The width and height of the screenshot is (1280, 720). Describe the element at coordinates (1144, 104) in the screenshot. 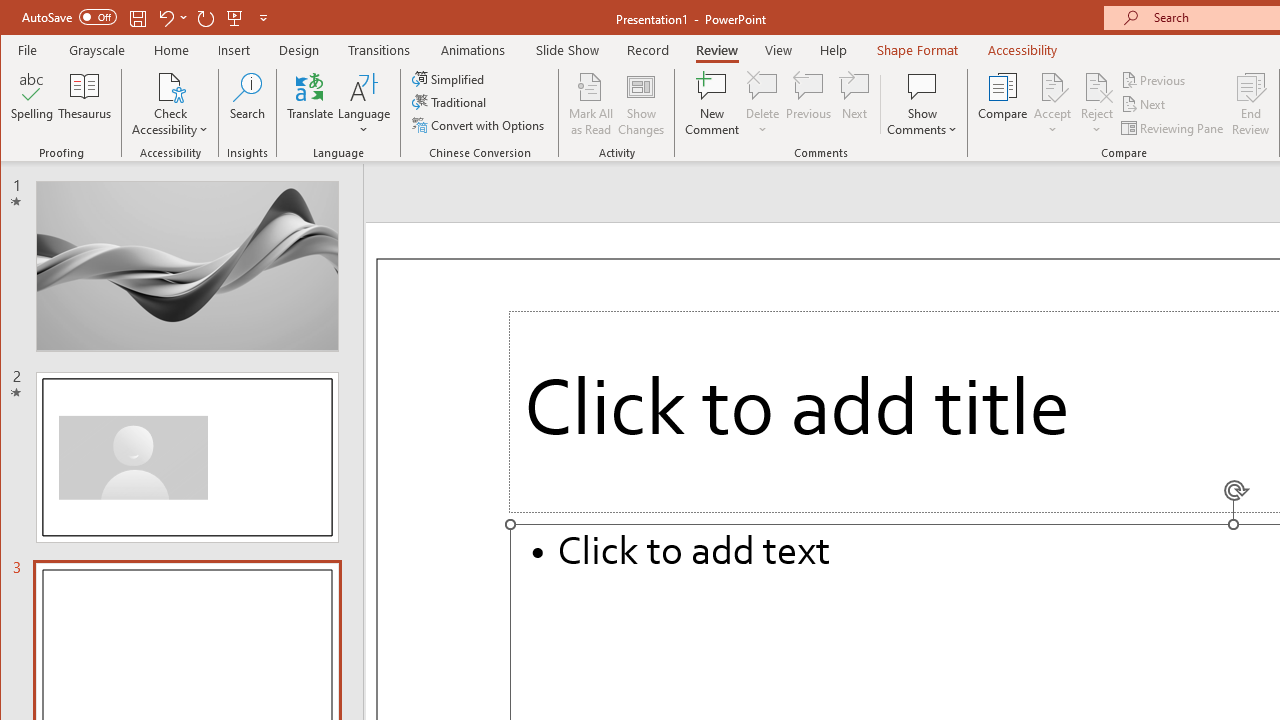

I see `'Next'` at that location.